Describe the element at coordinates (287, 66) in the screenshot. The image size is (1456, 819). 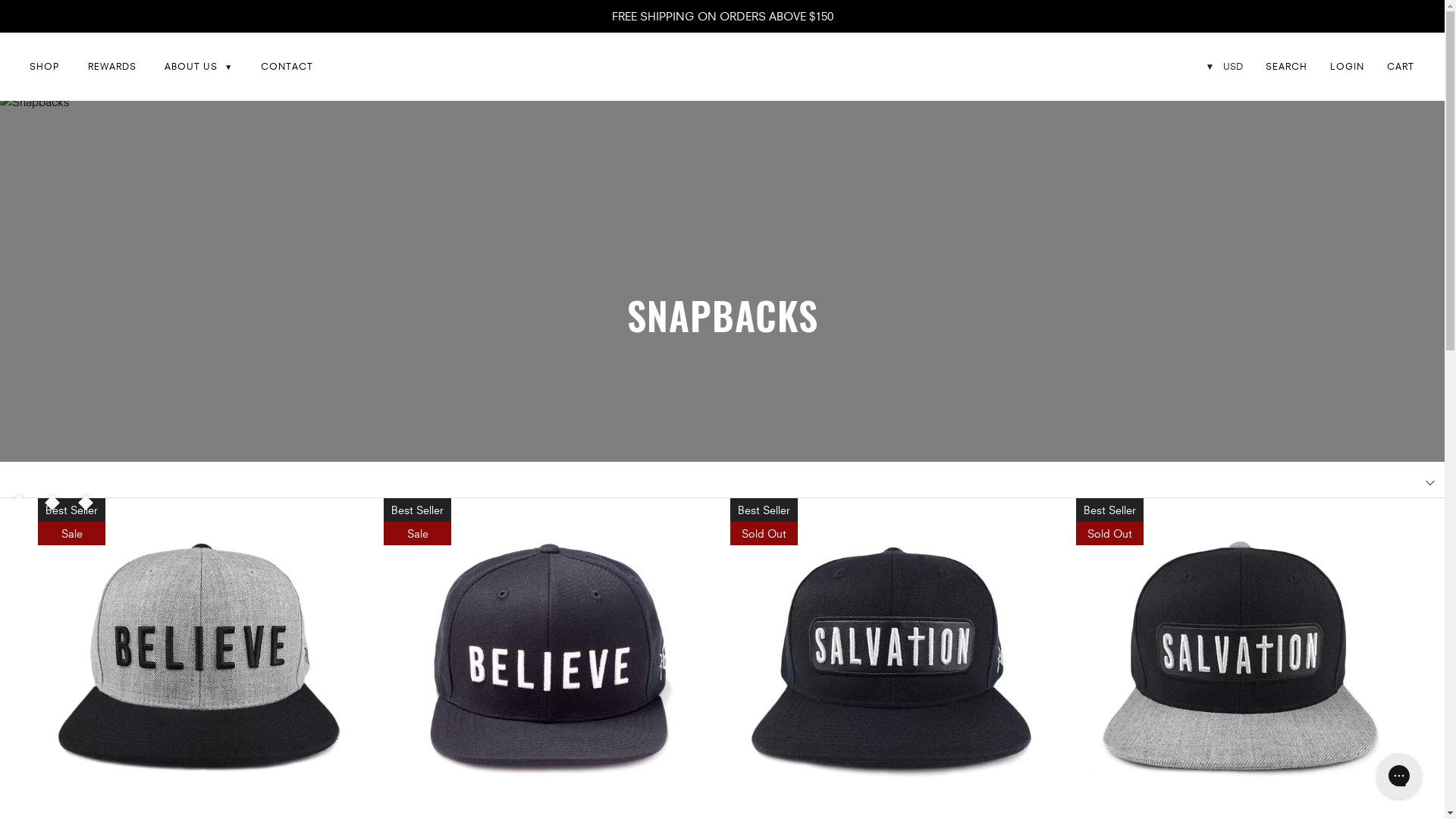
I see `'CONTACT'` at that location.